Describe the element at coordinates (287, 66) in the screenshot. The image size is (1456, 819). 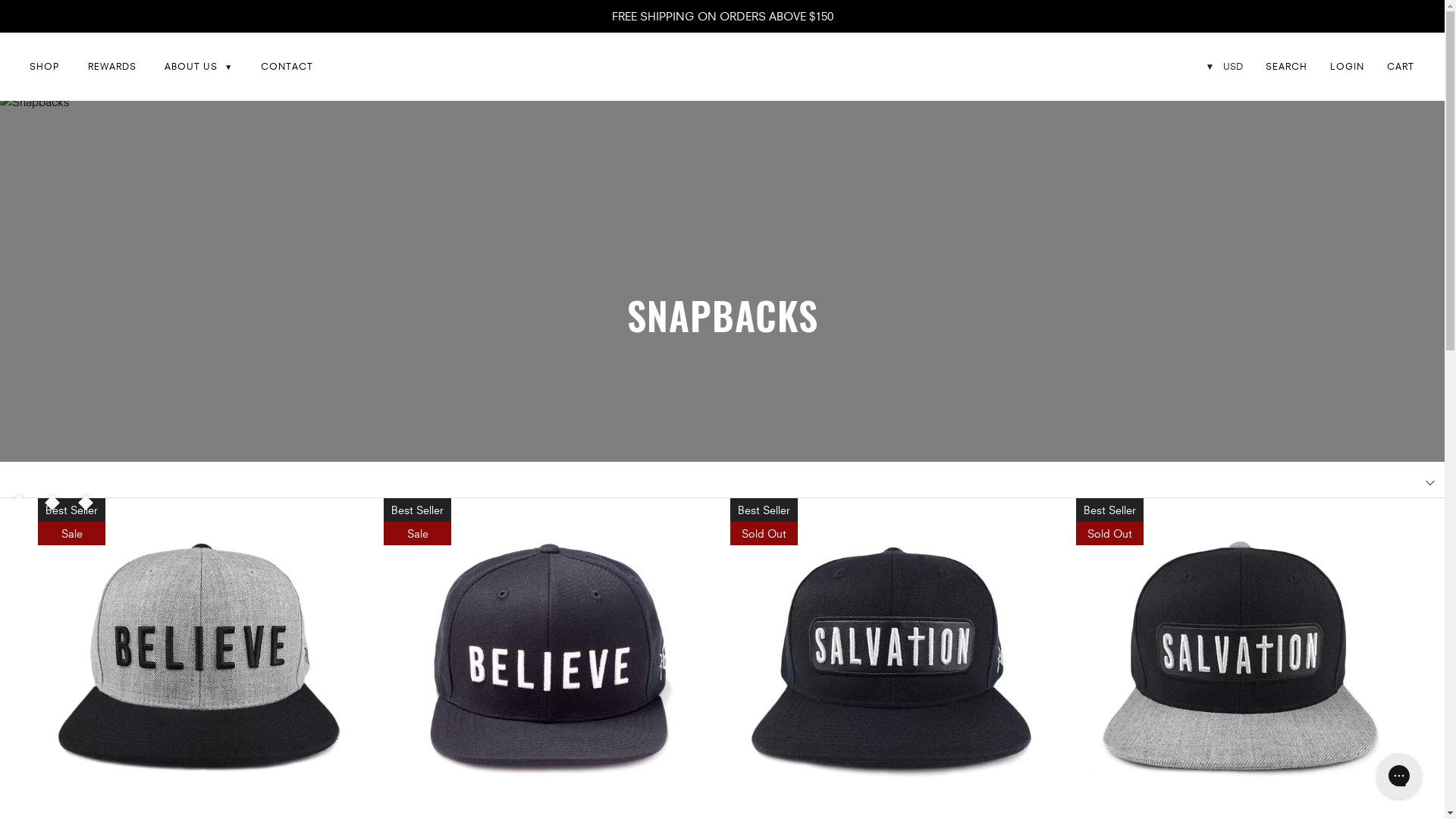
I see `'CONTACT'` at that location.